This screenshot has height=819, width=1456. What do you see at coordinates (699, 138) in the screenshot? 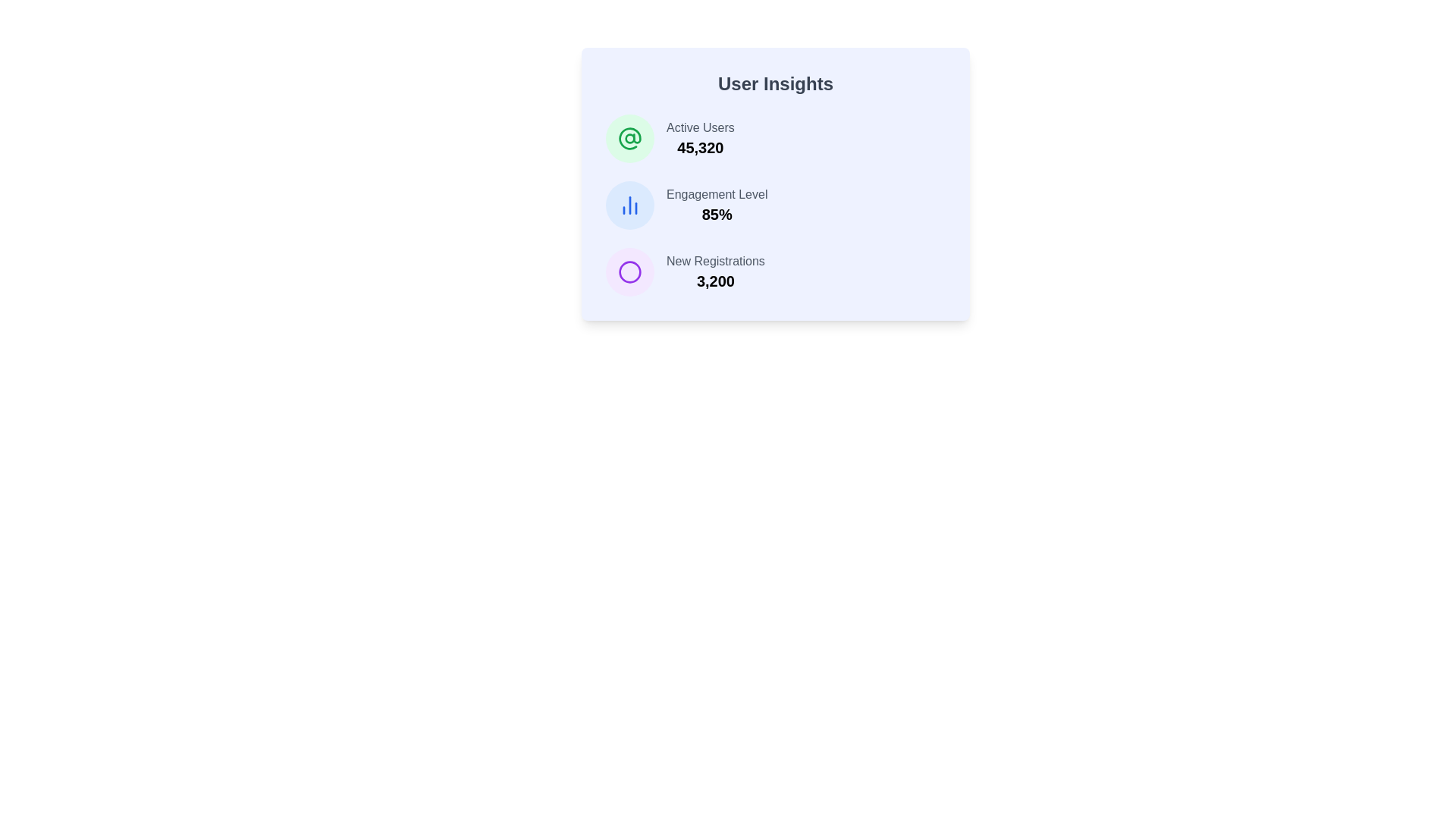
I see `the 'Active Users' text display, which shows the numerical value '45,320' in gray, located in the top-left corner of the User Insights card` at bounding box center [699, 138].